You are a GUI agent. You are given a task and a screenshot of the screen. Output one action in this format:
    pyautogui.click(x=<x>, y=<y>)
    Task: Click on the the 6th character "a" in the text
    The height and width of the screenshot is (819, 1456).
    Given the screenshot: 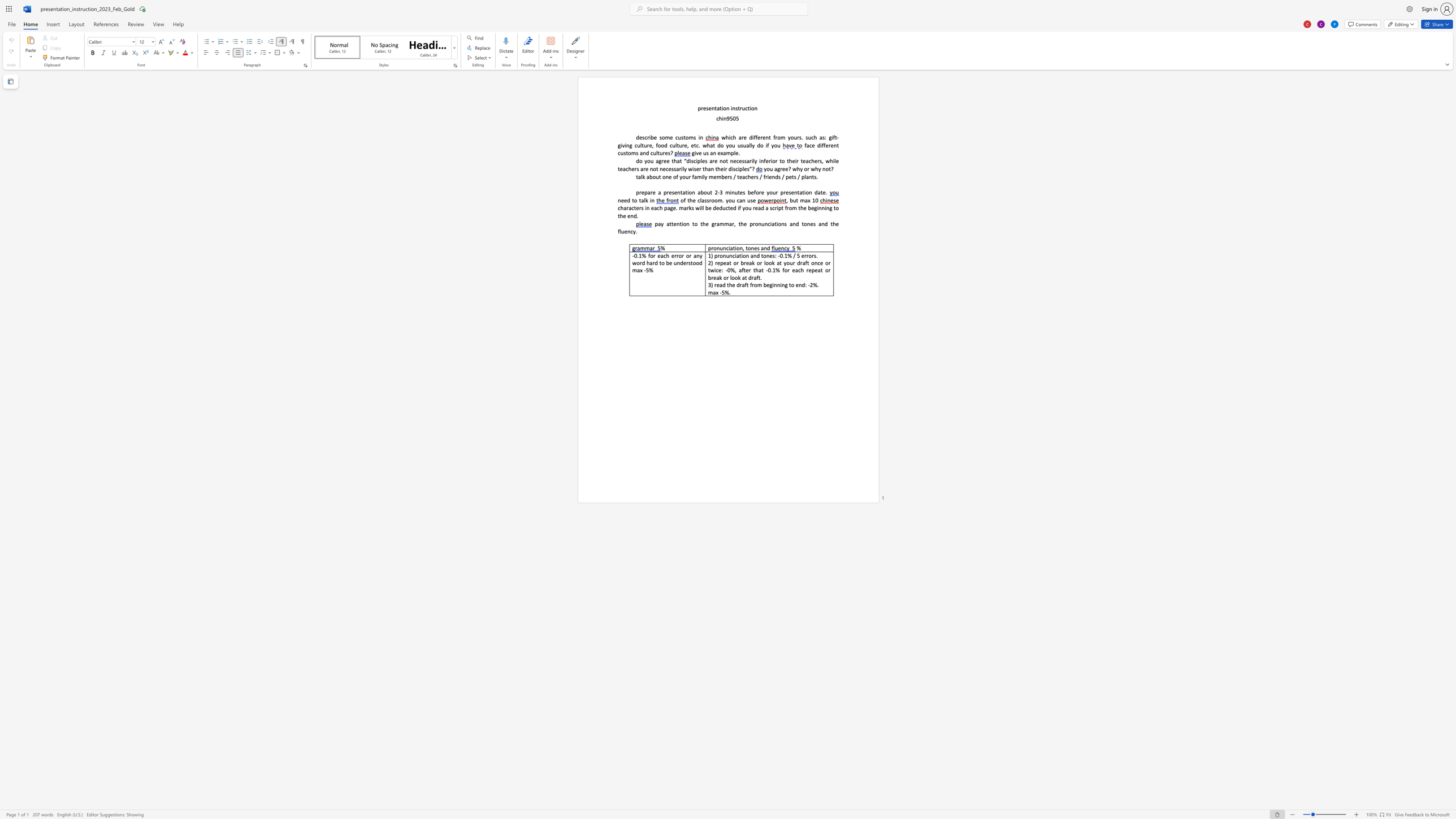 What is the action you would take?
    pyautogui.click(x=624, y=169)
    